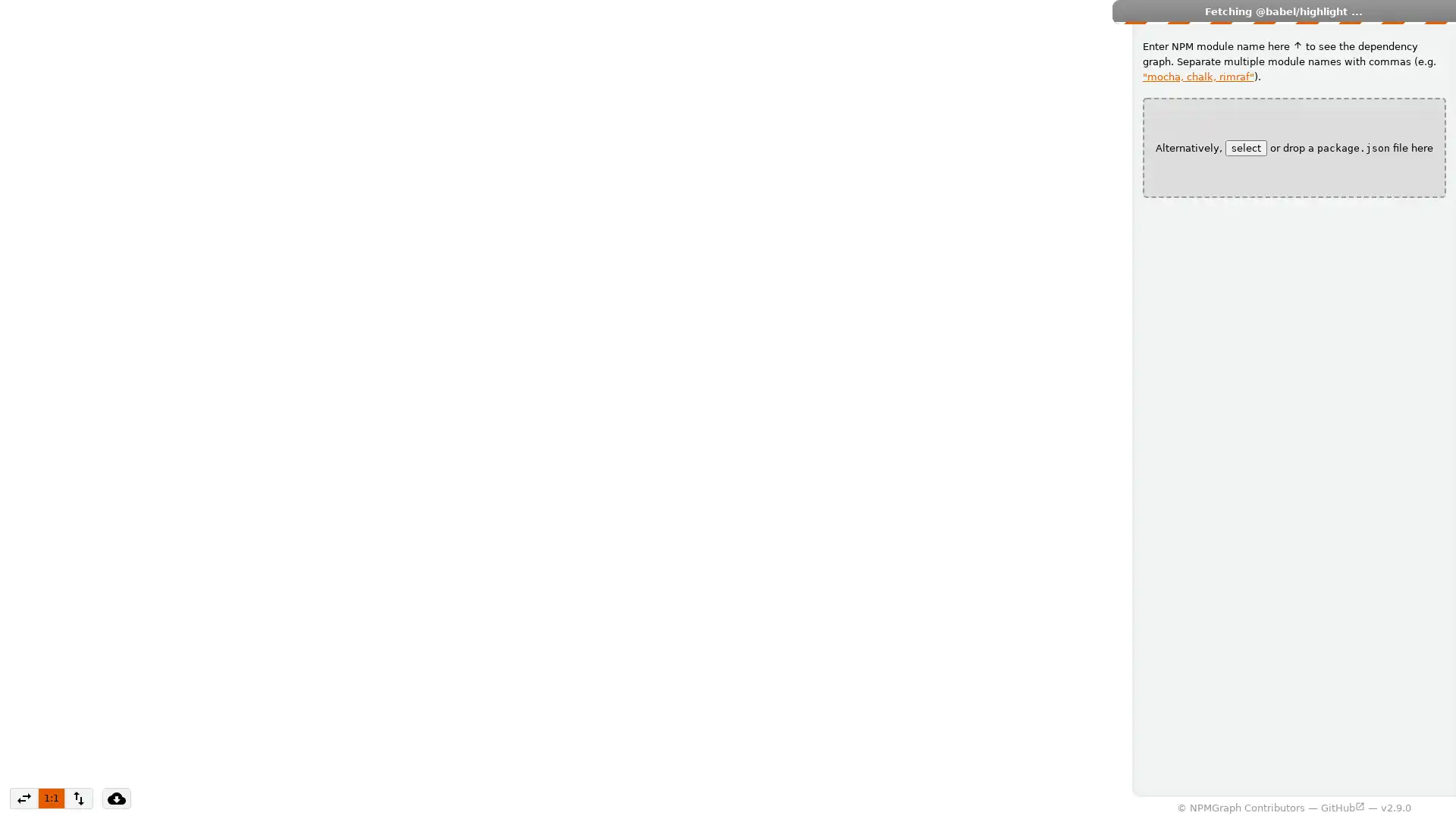 Image resolution: width=1456 pixels, height=819 pixels. What do you see at coordinates (24, 797) in the screenshot?
I see `swap_horiz` at bounding box center [24, 797].